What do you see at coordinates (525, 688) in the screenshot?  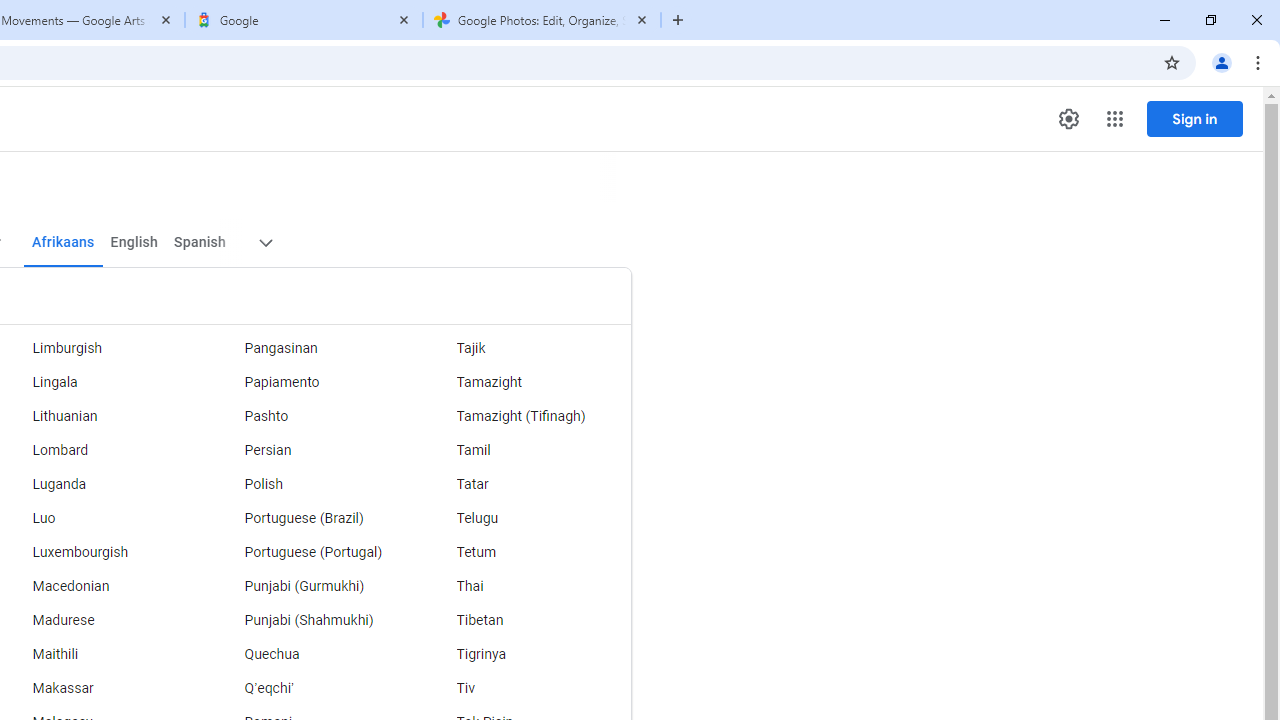 I see `'Tiv'` at bounding box center [525, 688].